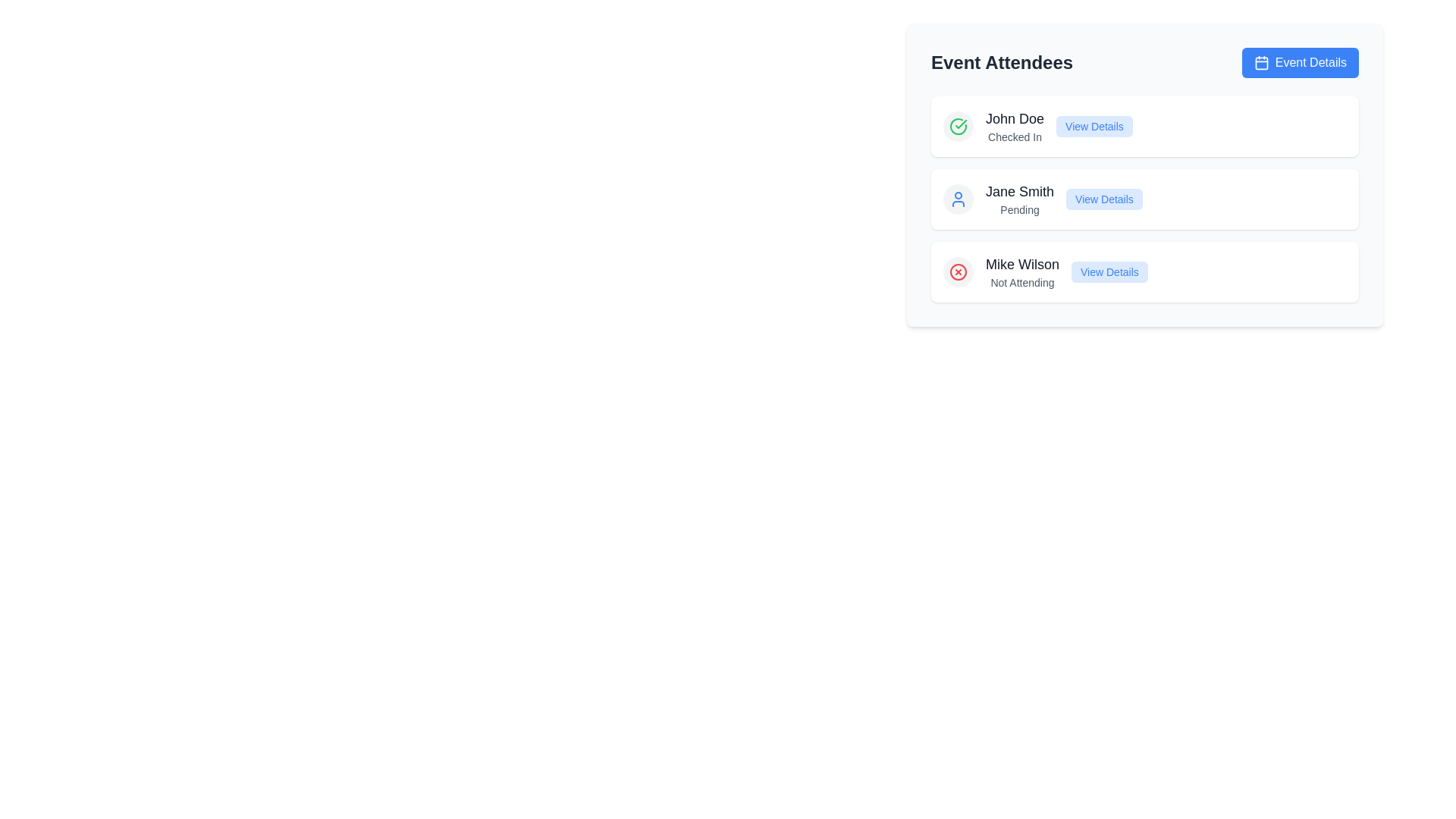  What do you see at coordinates (1109, 271) in the screenshot?
I see `the button located at the right end of the row for 'Mike Wilson - Not Attending' in the 'Event Attendees' section` at bounding box center [1109, 271].